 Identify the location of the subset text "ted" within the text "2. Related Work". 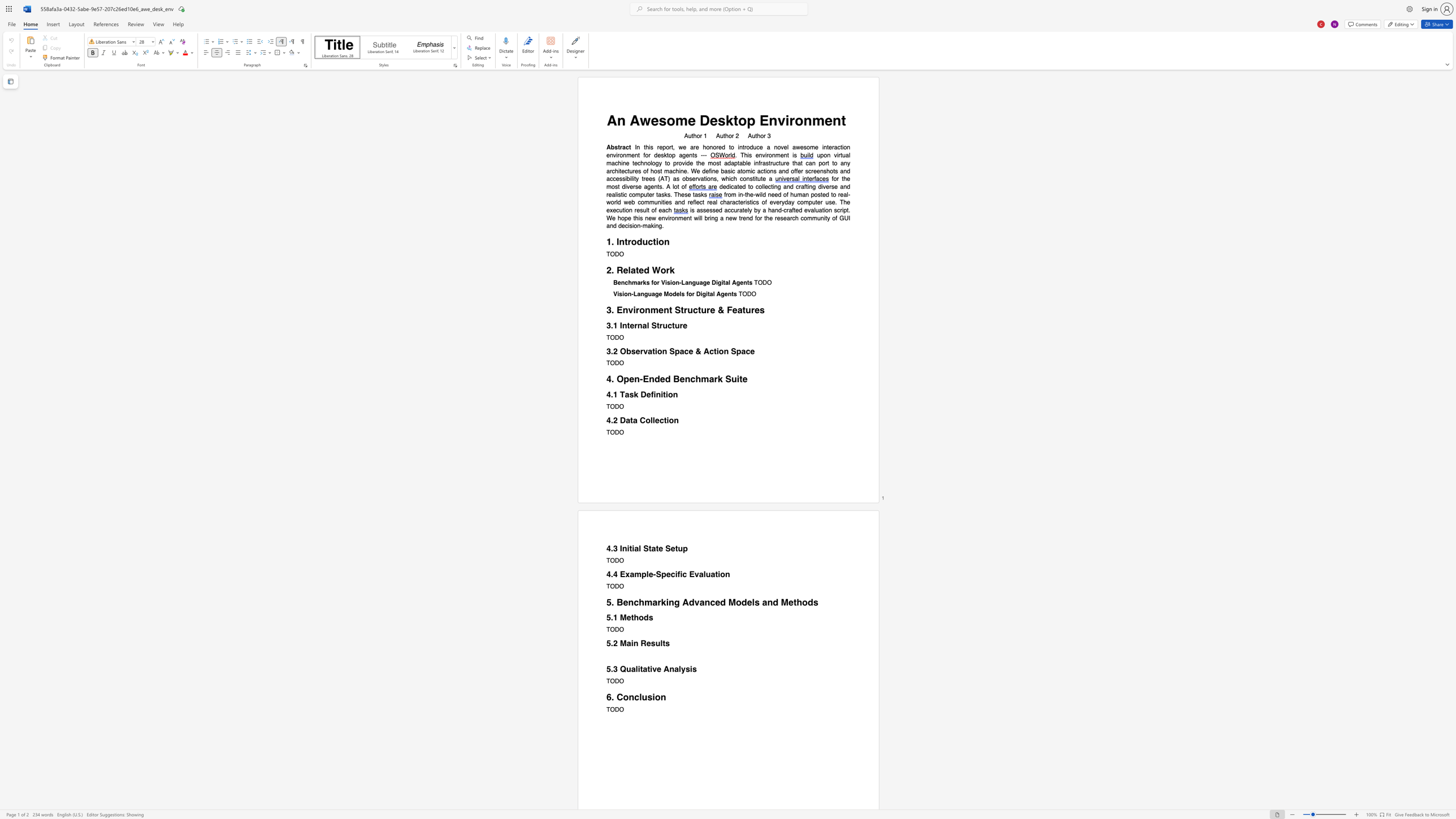
(635, 270).